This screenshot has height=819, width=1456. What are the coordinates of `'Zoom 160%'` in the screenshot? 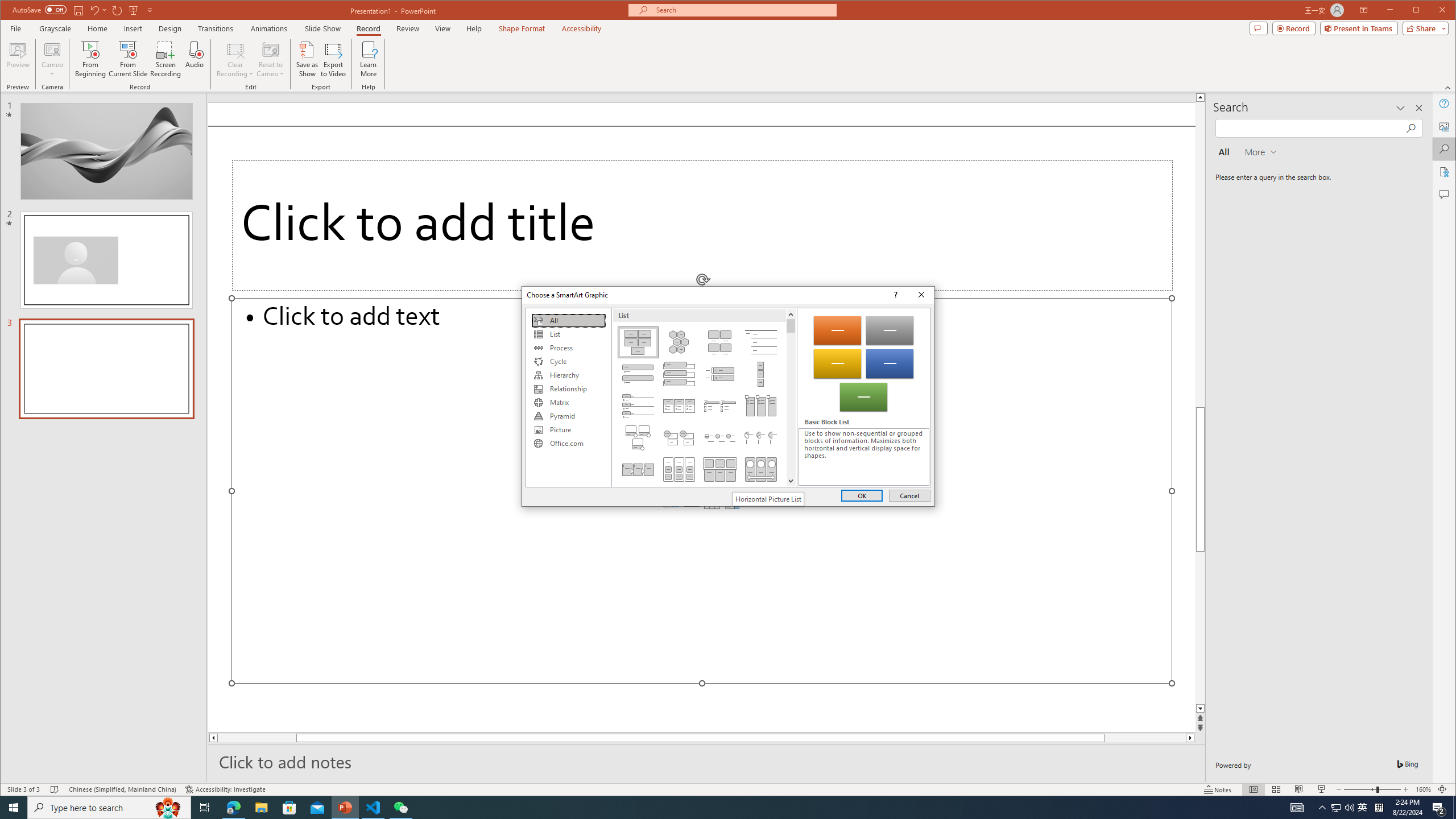 It's located at (1423, 789).